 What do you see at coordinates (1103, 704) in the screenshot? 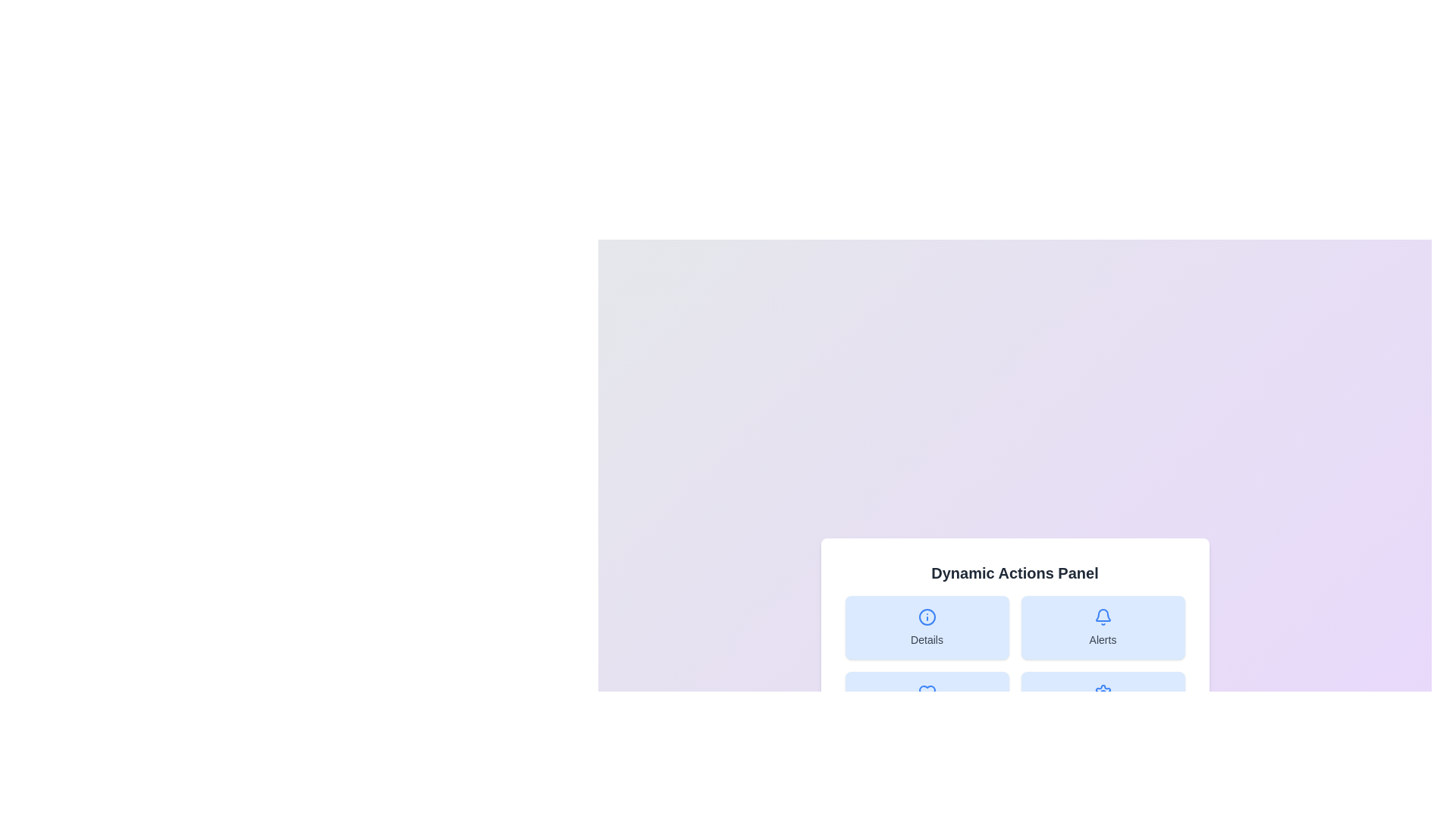
I see `the settings button located in the bottom-right corner of the grid layout, which is below the 'Details' and 'Alerts' buttons and to the right of the 'Favorites' button` at bounding box center [1103, 704].